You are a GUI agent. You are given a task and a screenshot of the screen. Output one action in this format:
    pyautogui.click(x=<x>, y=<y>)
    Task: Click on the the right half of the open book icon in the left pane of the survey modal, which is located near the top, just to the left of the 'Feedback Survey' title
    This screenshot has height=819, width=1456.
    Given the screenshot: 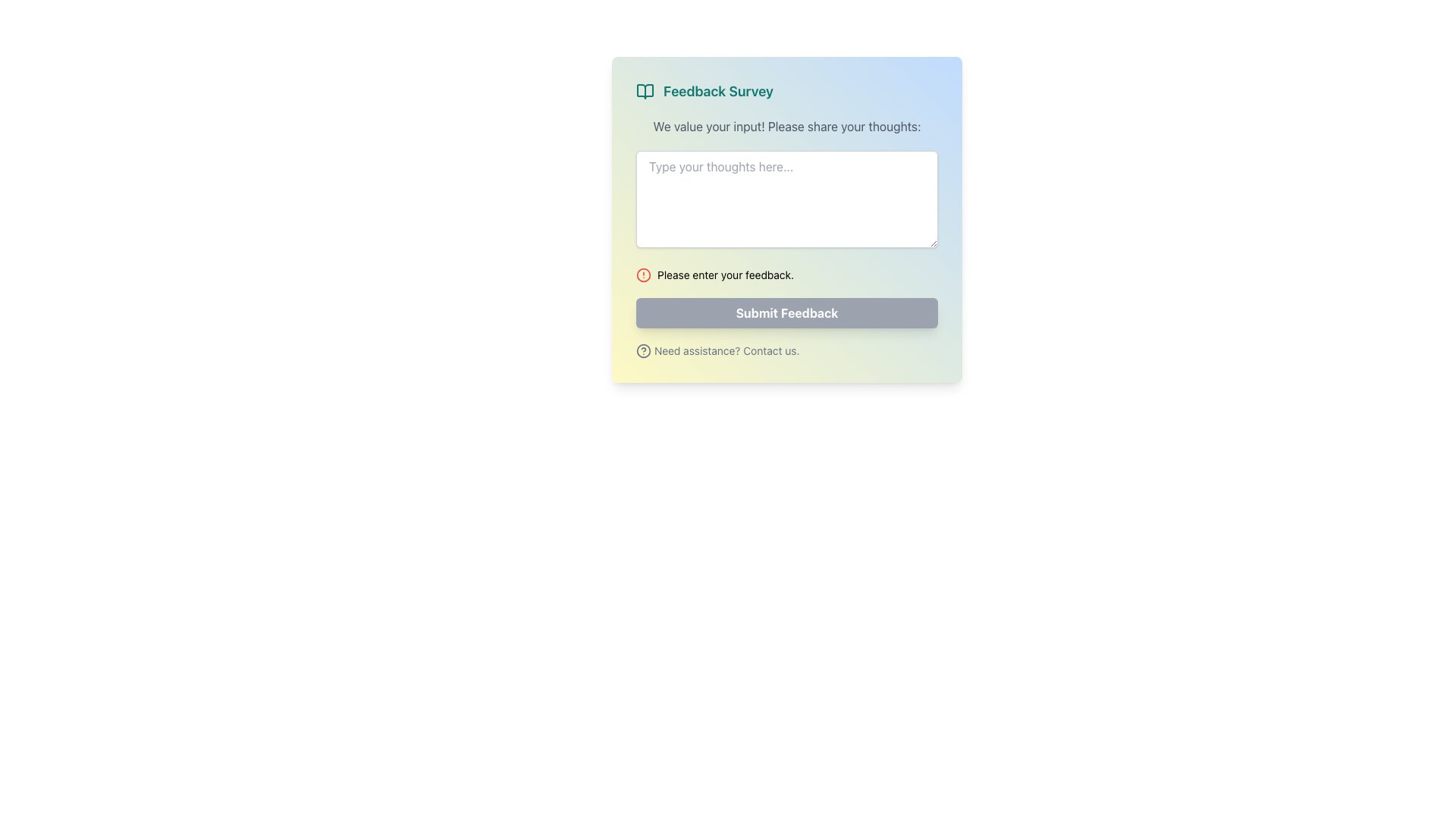 What is the action you would take?
    pyautogui.click(x=645, y=91)
    